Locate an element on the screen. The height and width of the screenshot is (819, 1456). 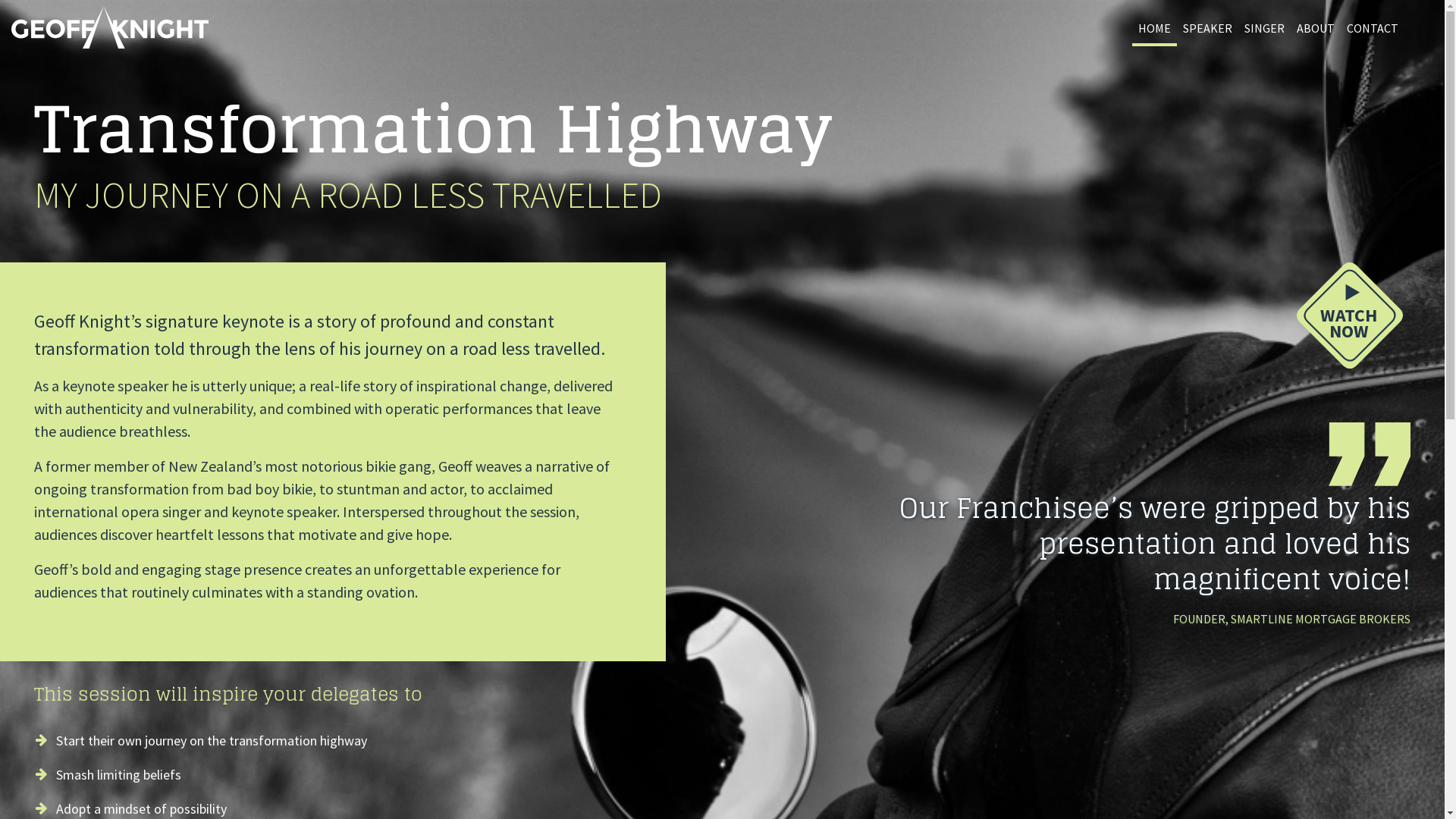
'SPEAKER' is located at coordinates (1175, 29).